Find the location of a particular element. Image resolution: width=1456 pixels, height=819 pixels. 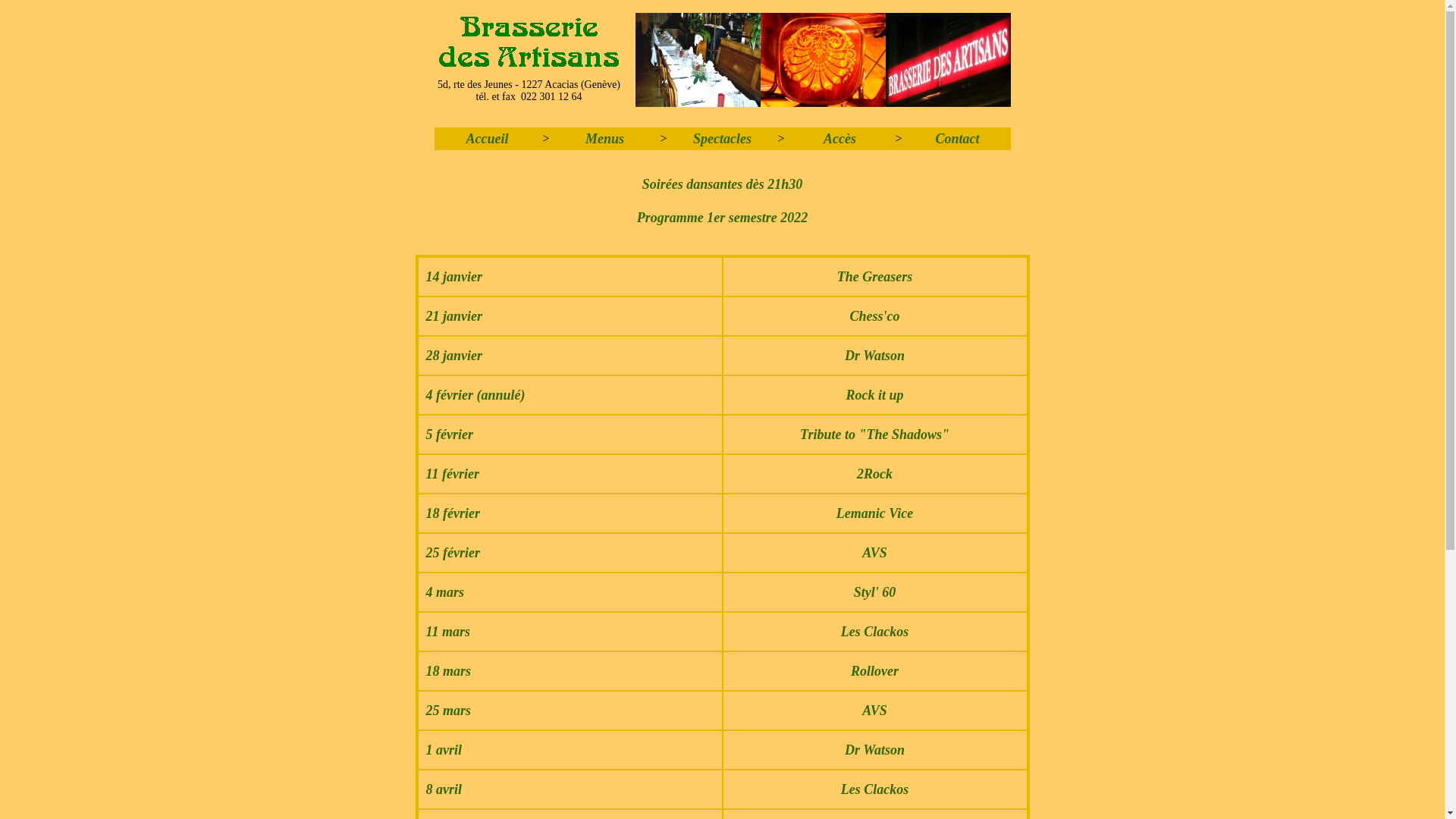

'Menus' is located at coordinates (604, 138).